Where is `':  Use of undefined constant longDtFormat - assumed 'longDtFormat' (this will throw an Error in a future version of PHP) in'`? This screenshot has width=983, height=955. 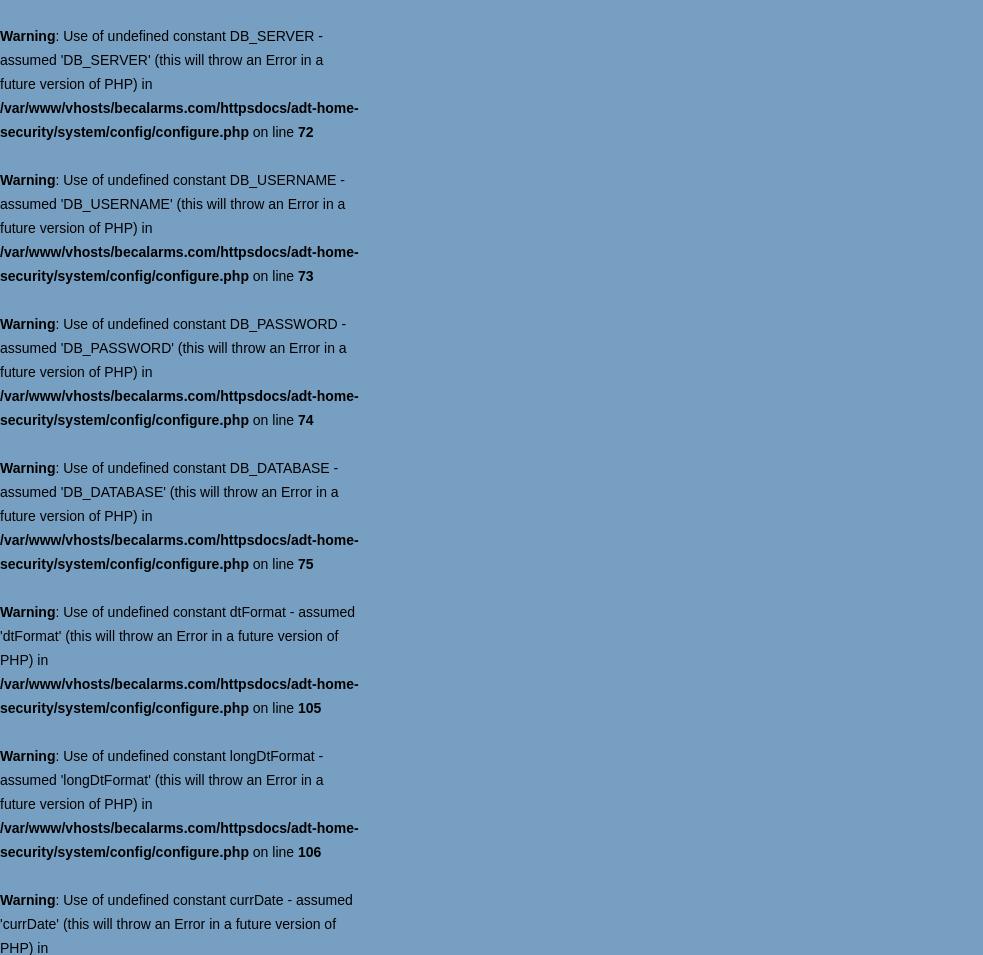 ':  Use of undefined constant longDtFormat - assumed 'longDtFormat' (this will throw an Error in a future version of PHP) in' is located at coordinates (160, 779).